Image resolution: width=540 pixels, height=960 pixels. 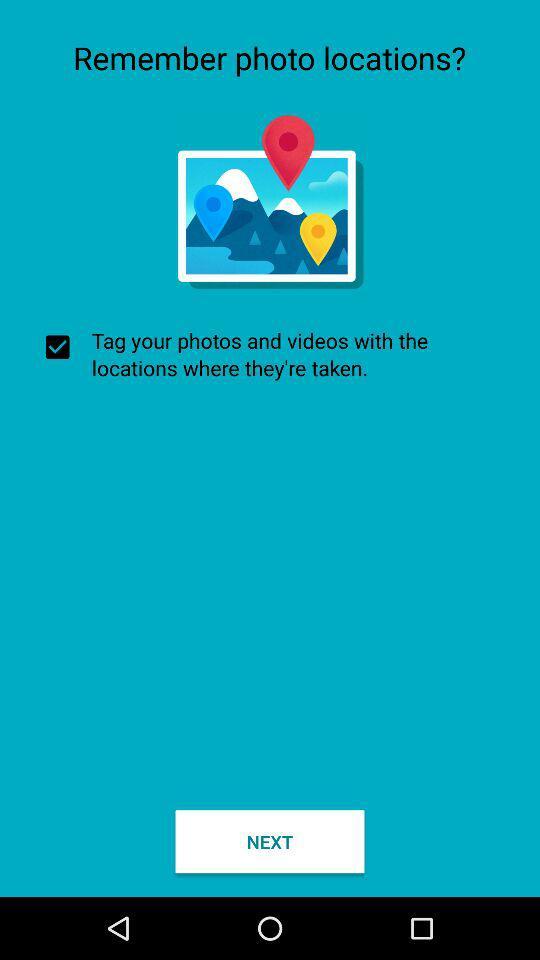 What do you see at coordinates (270, 840) in the screenshot?
I see `next` at bounding box center [270, 840].